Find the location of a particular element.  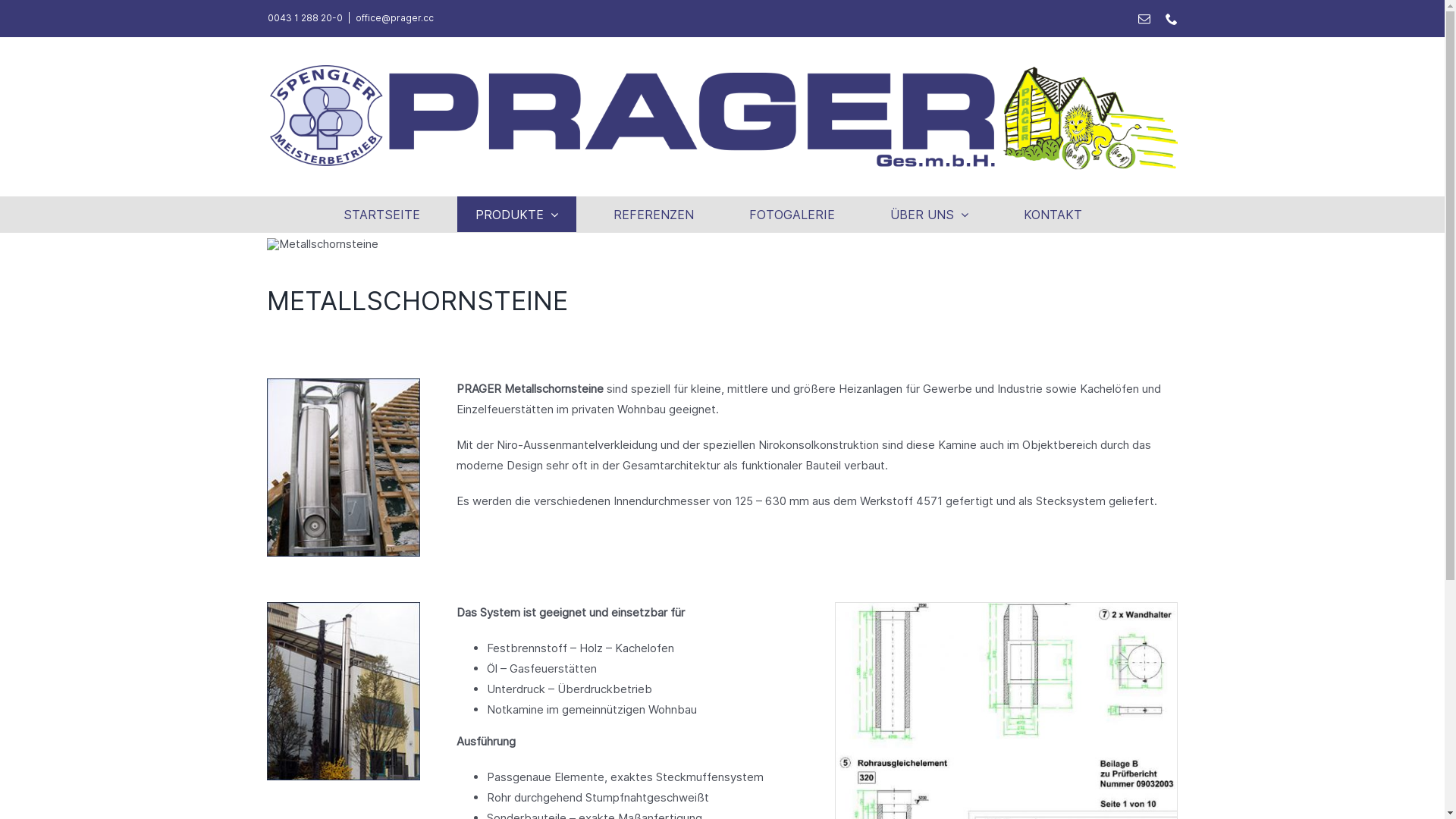

'PRODUKTE' is located at coordinates (516, 214).